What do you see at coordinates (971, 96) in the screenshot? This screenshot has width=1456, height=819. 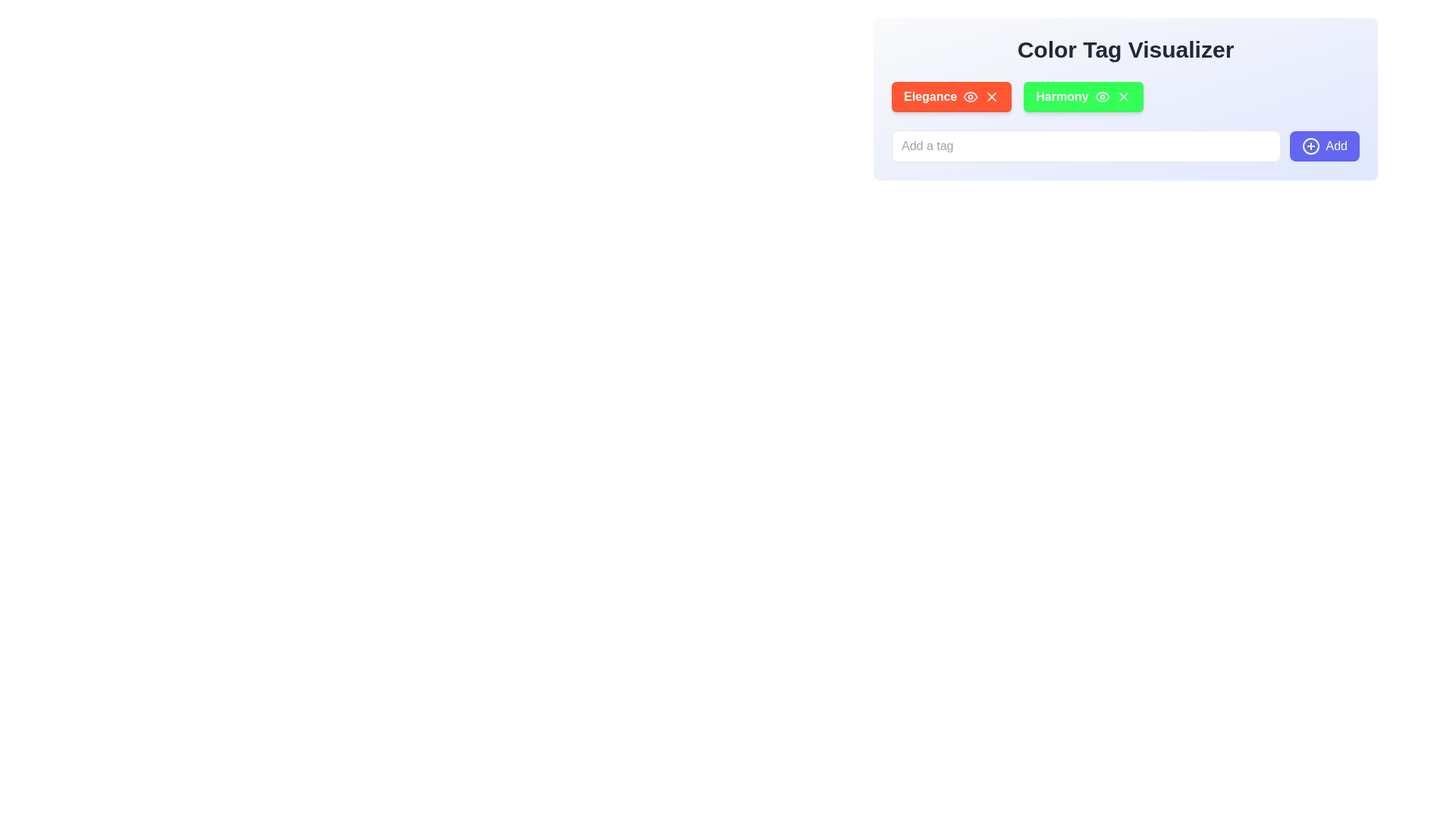 I see `the visibility icon located to the right of the 'Elegance' label` at bounding box center [971, 96].